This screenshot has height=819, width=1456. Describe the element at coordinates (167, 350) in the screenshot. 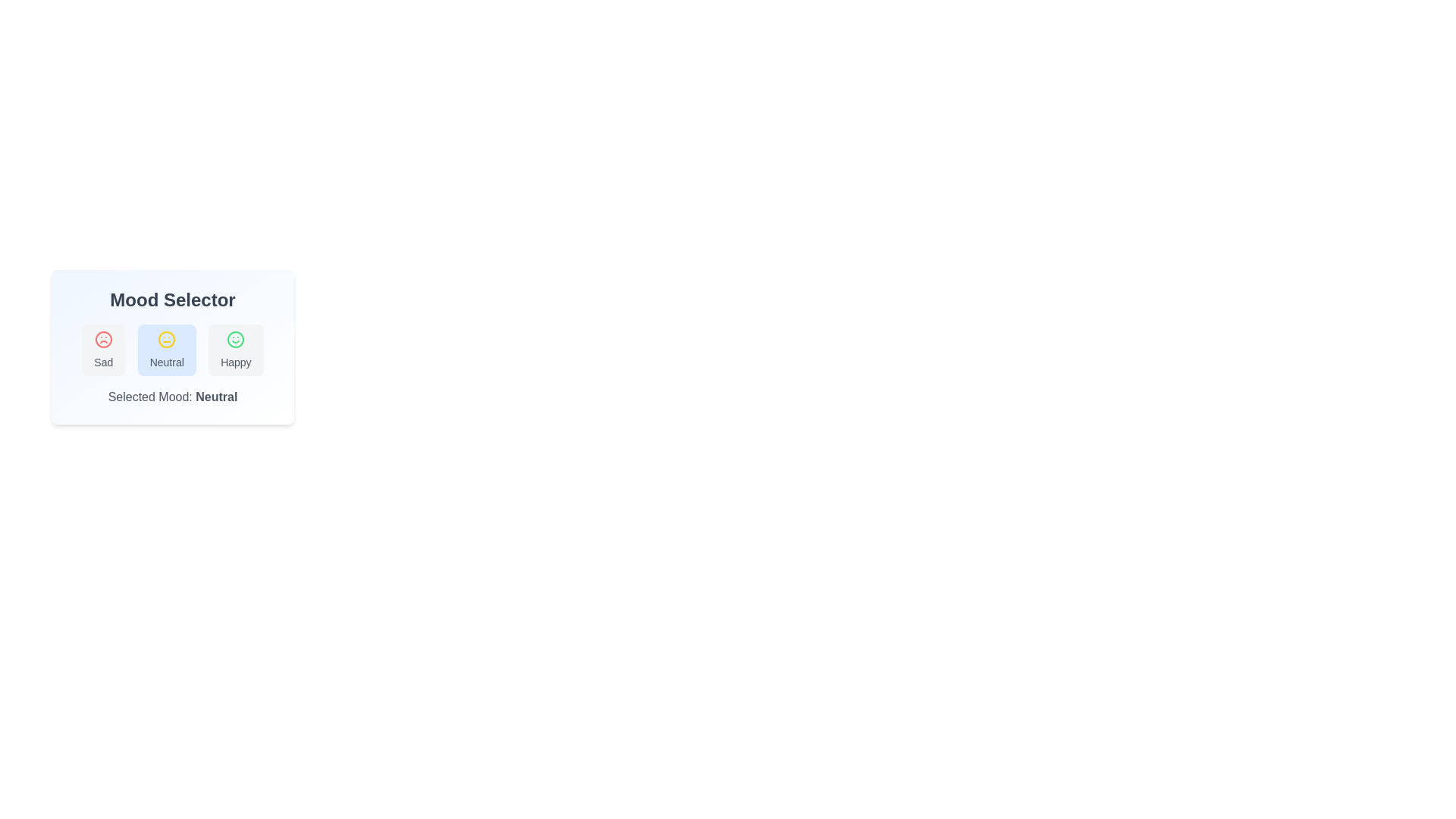

I see `the mood option Neutral to select it` at that location.